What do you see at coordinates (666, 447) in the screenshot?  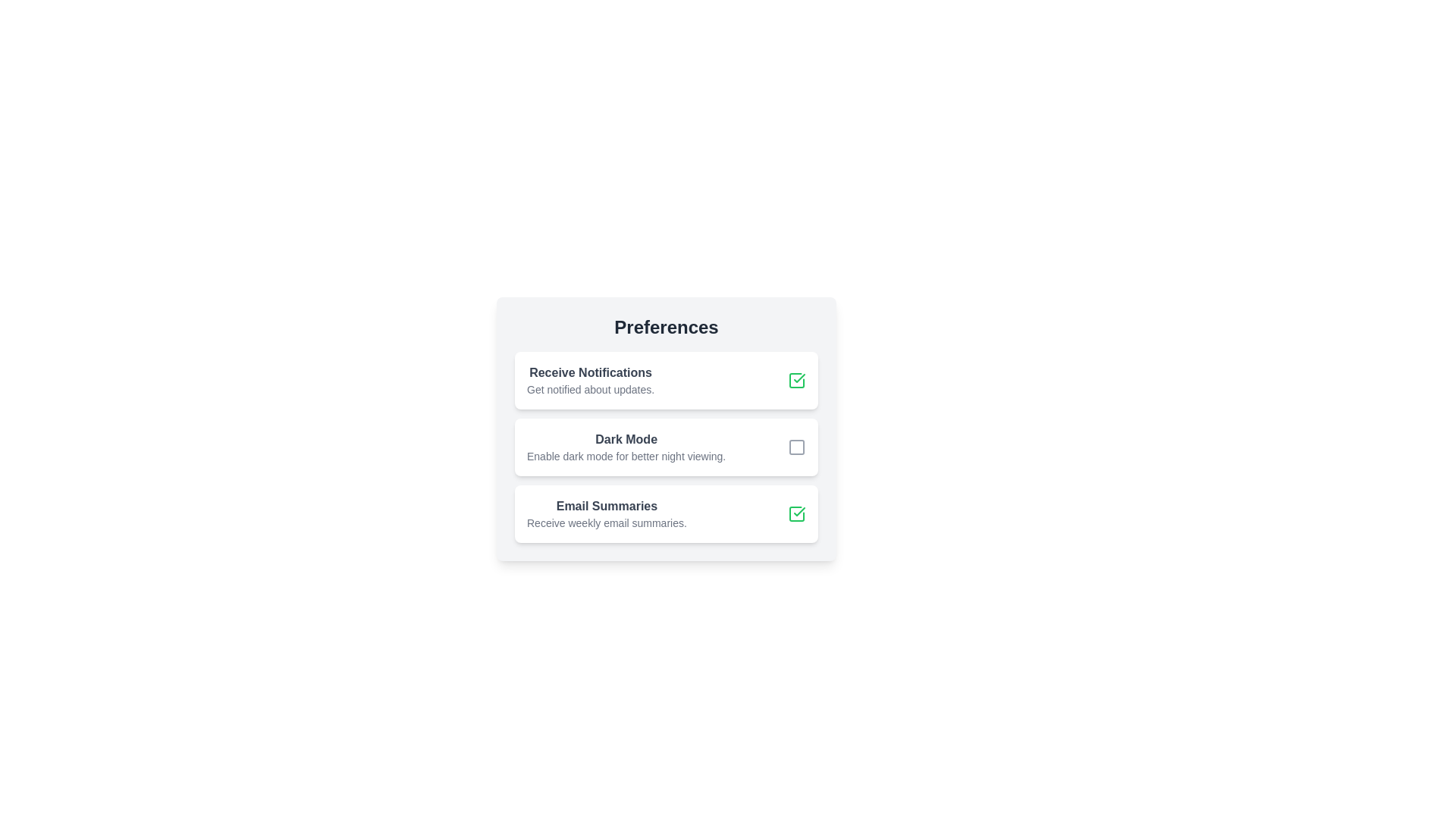 I see `the checkbox in the second item of the vertical list` at bounding box center [666, 447].